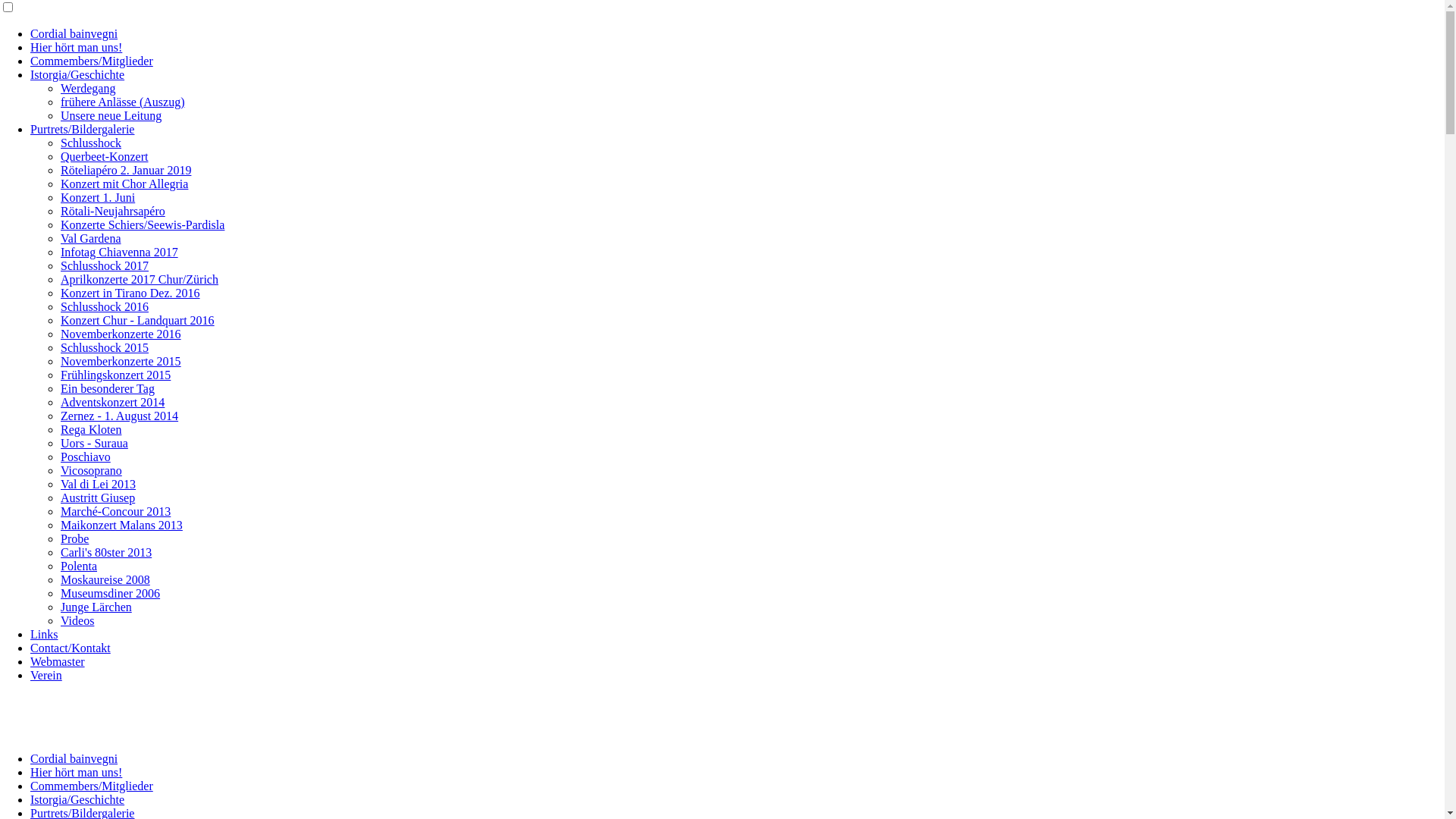  What do you see at coordinates (90, 60) in the screenshot?
I see `'Commembers/Mitglieder'` at bounding box center [90, 60].